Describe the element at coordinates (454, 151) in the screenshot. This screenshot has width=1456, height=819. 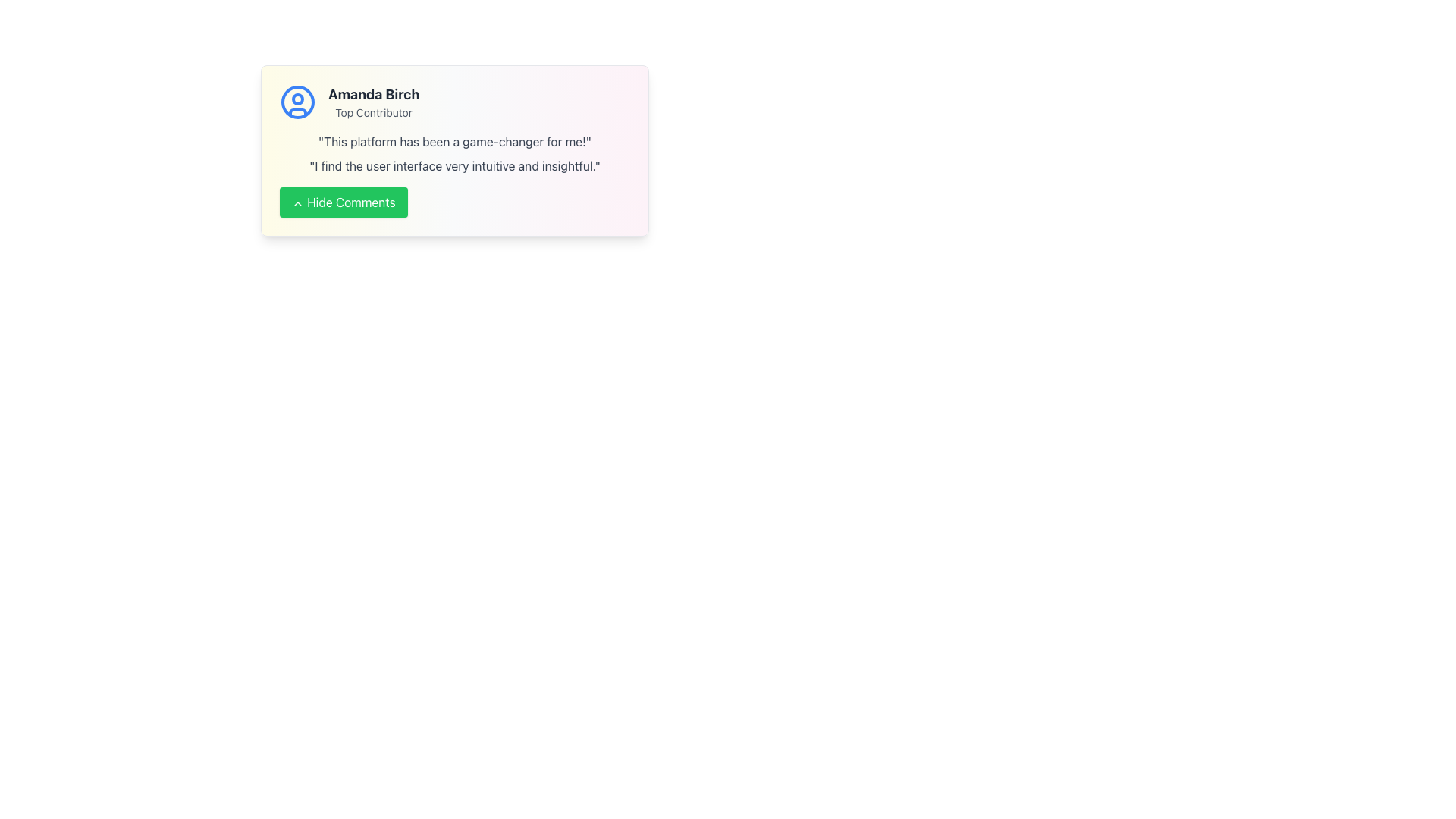
I see `testimonial text displayed on the User Review Card for user 'Amanda Birch', located at the center of the application panel` at that location.